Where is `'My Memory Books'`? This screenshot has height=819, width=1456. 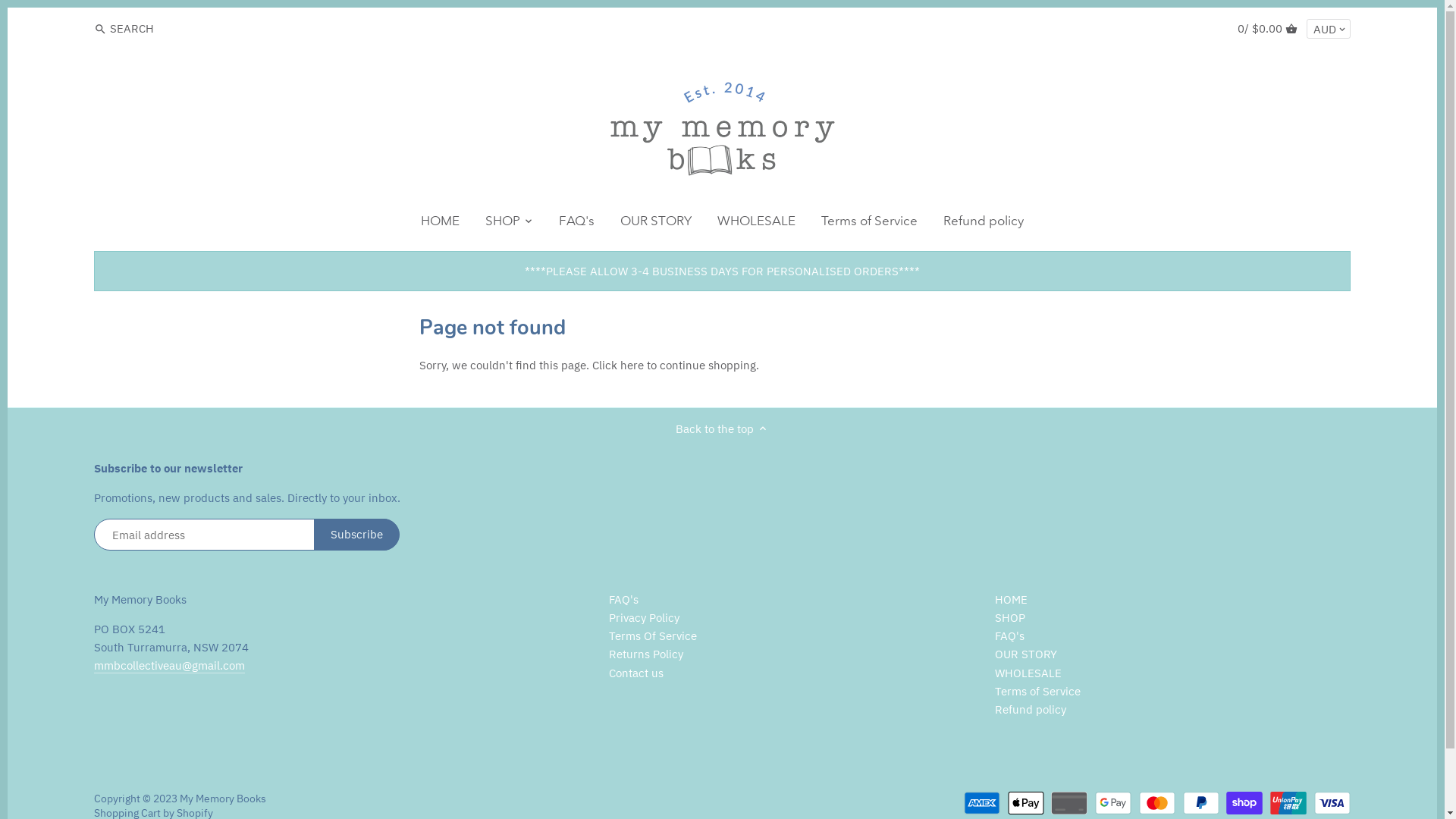
'My Memory Books' is located at coordinates (221, 798).